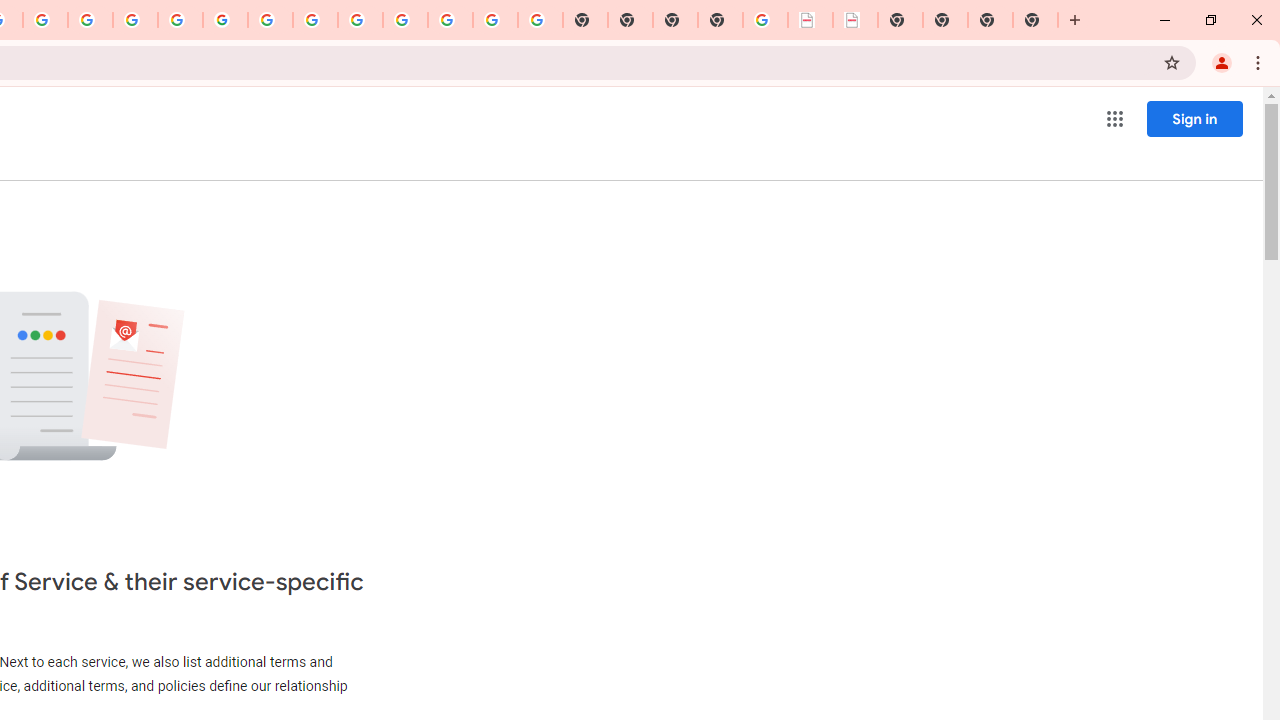 This screenshot has height=720, width=1280. Describe the element at coordinates (540, 20) in the screenshot. I see `'Google Images'` at that location.